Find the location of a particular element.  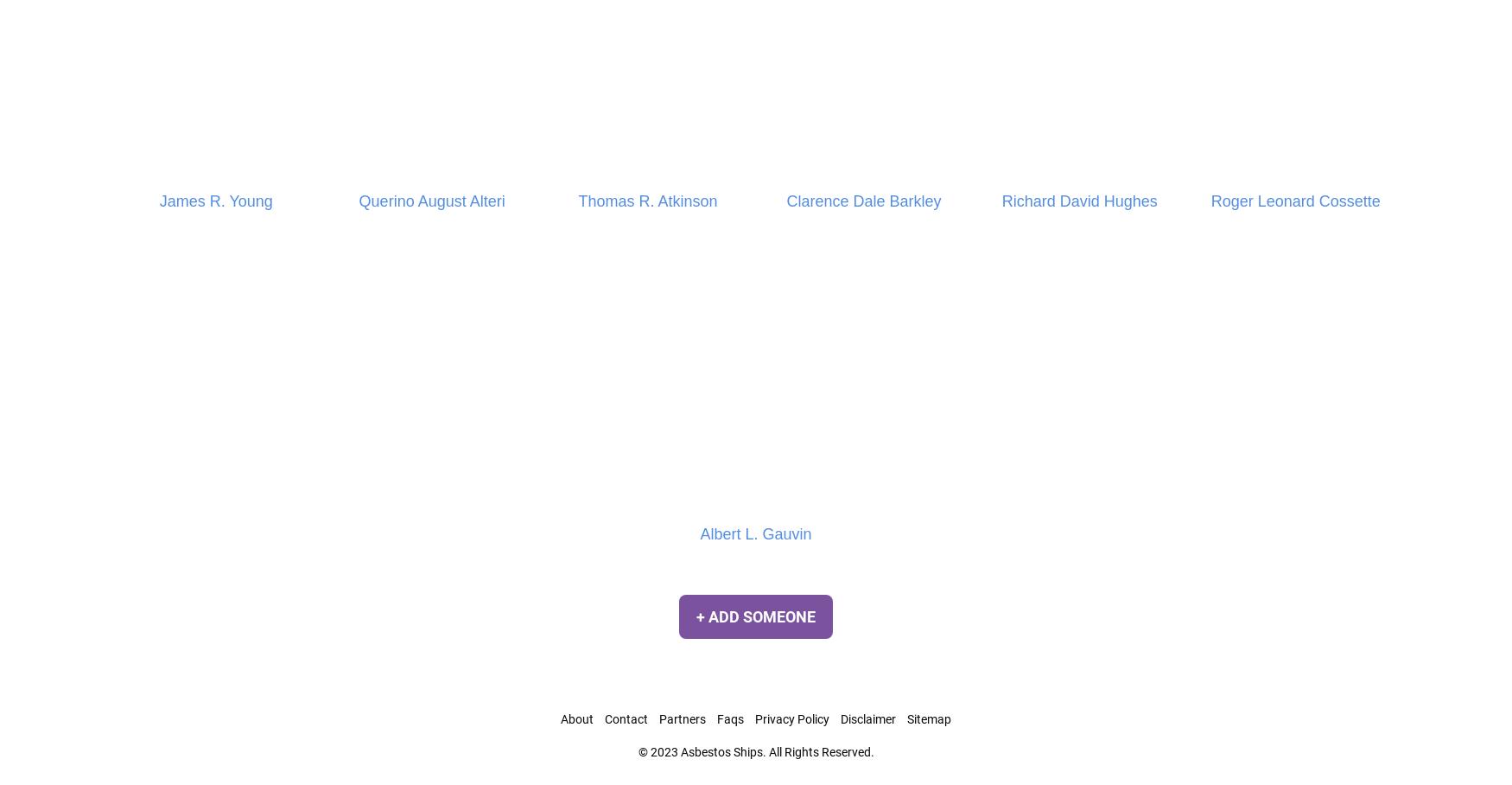

'Richard David Hughes' is located at coordinates (1078, 199).